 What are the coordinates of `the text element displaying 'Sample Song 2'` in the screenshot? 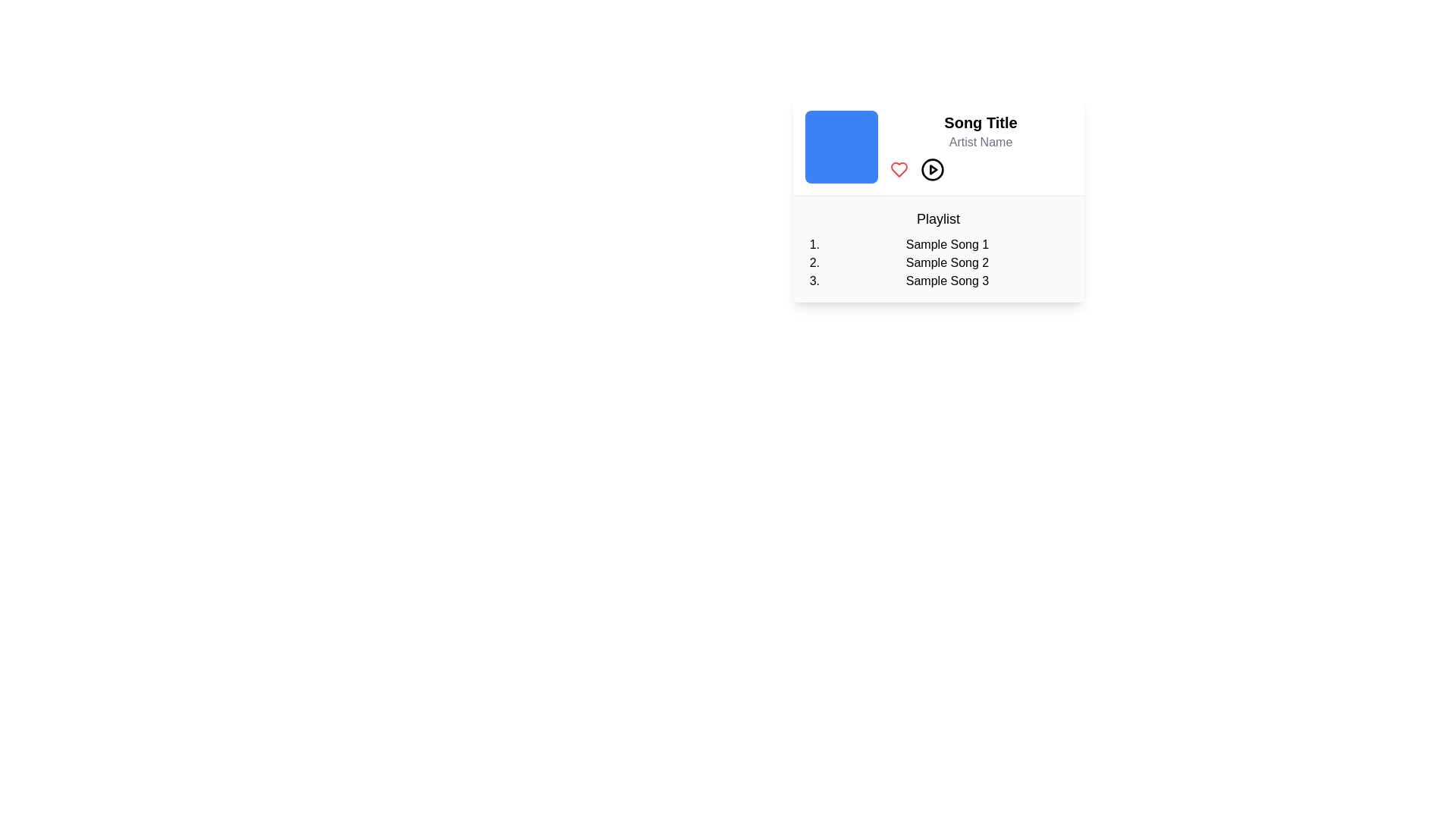 It's located at (946, 262).